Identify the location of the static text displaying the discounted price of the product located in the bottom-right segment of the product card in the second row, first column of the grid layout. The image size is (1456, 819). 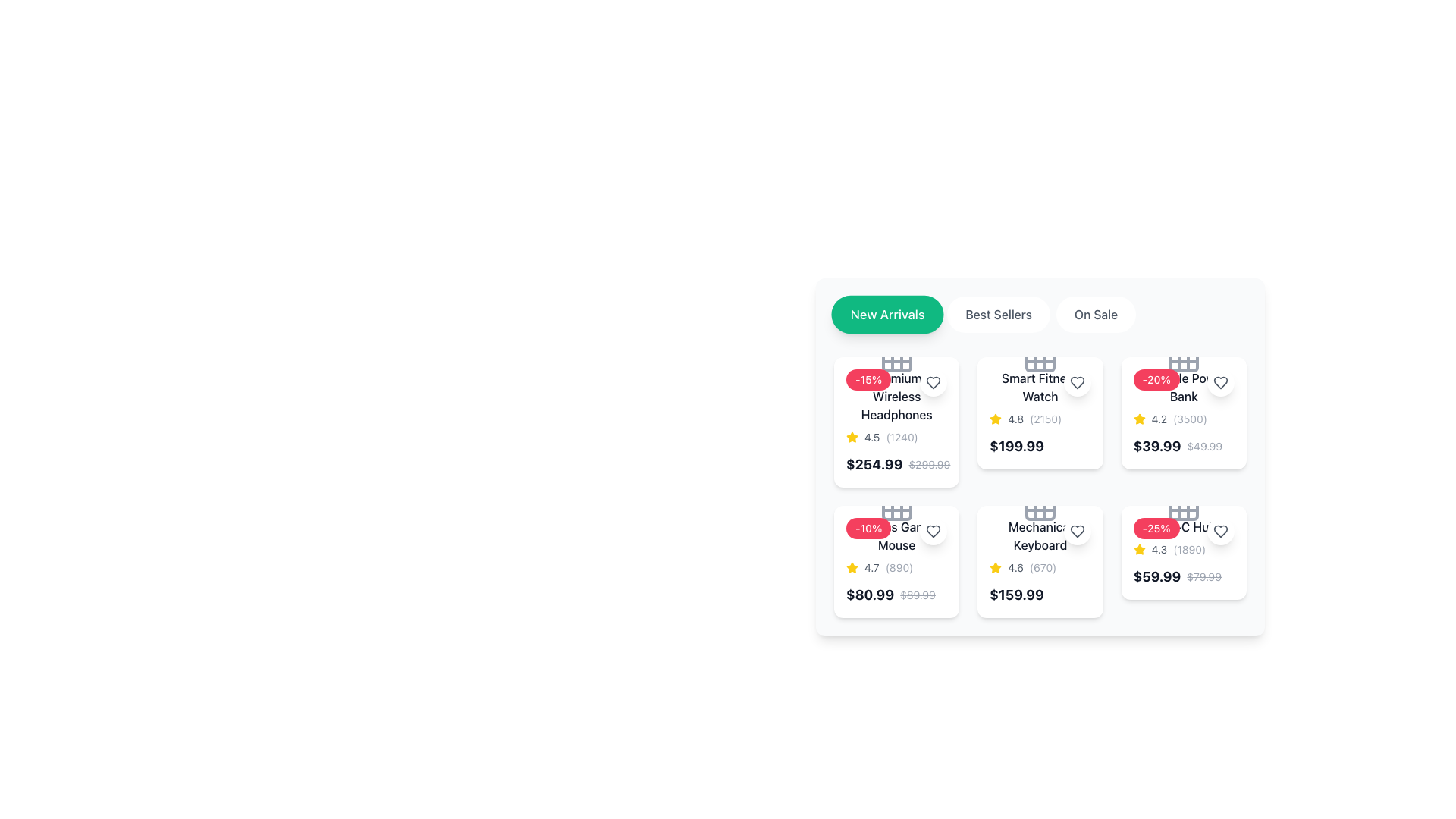
(870, 595).